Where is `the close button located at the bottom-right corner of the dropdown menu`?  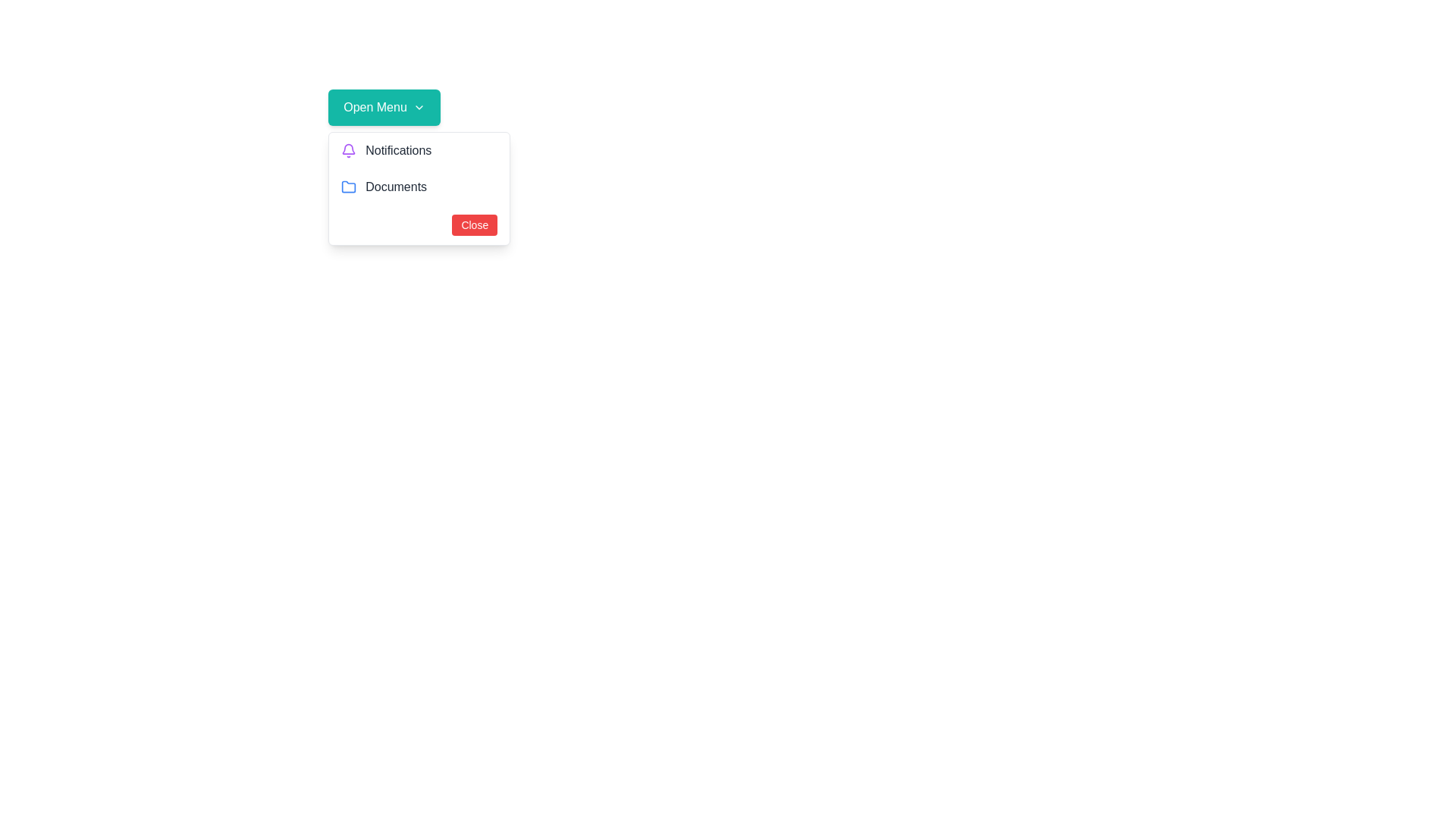
the close button located at the bottom-right corner of the dropdown menu is located at coordinates (474, 225).